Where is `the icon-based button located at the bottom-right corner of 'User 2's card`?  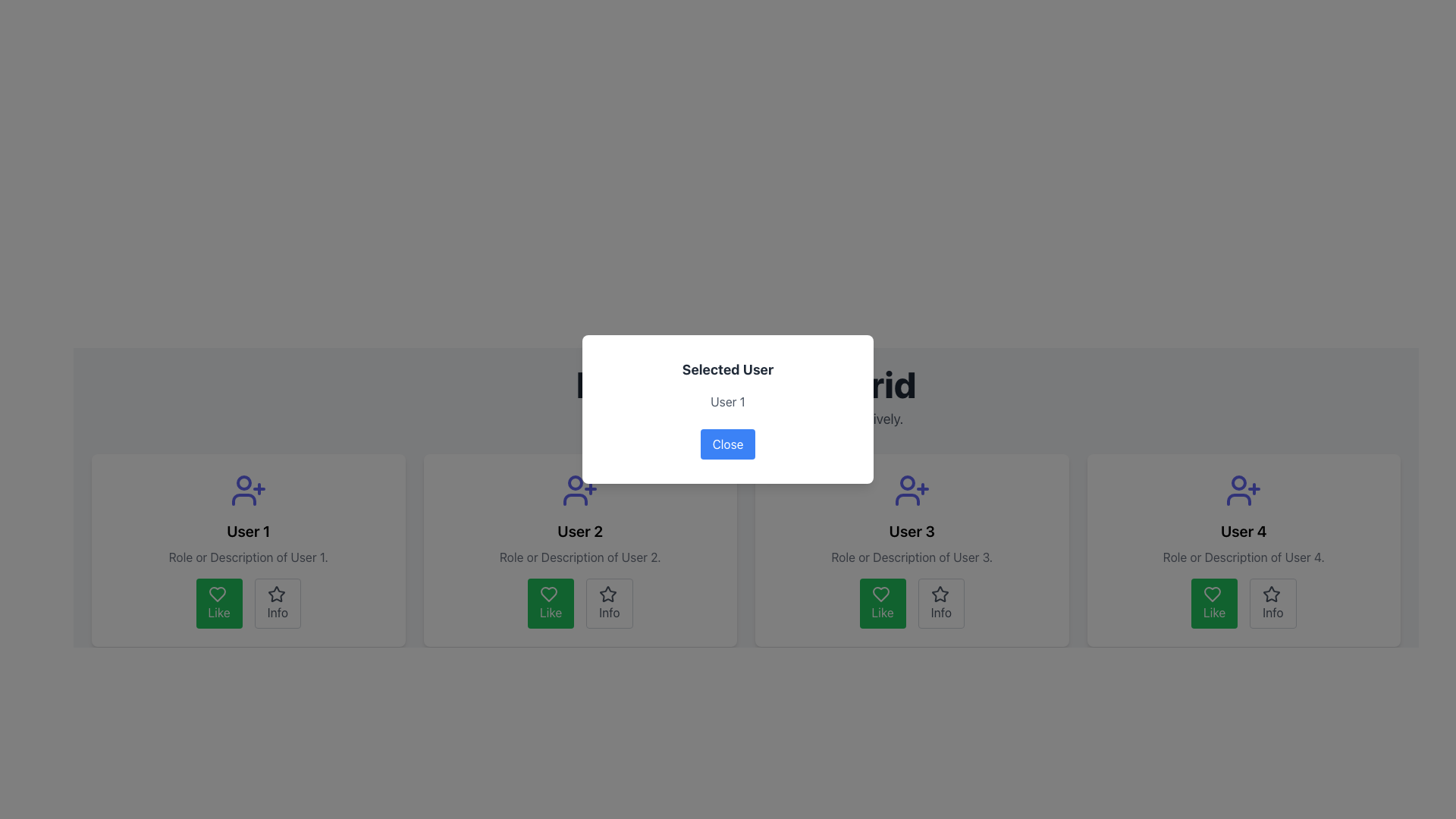
the icon-based button located at the bottom-right corner of 'User 2's card is located at coordinates (608, 593).